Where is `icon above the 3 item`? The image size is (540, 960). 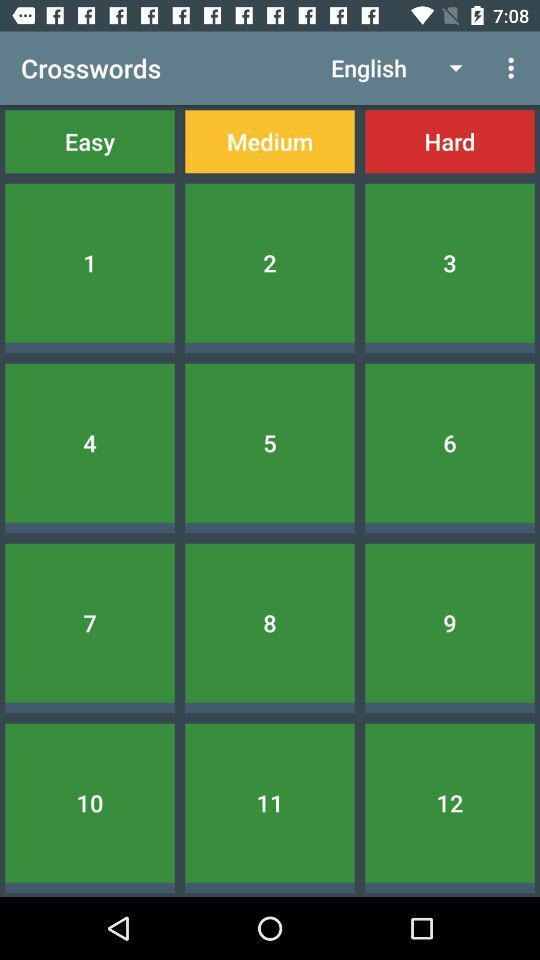 icon above the 3 item is located at coordinates (449, 140).